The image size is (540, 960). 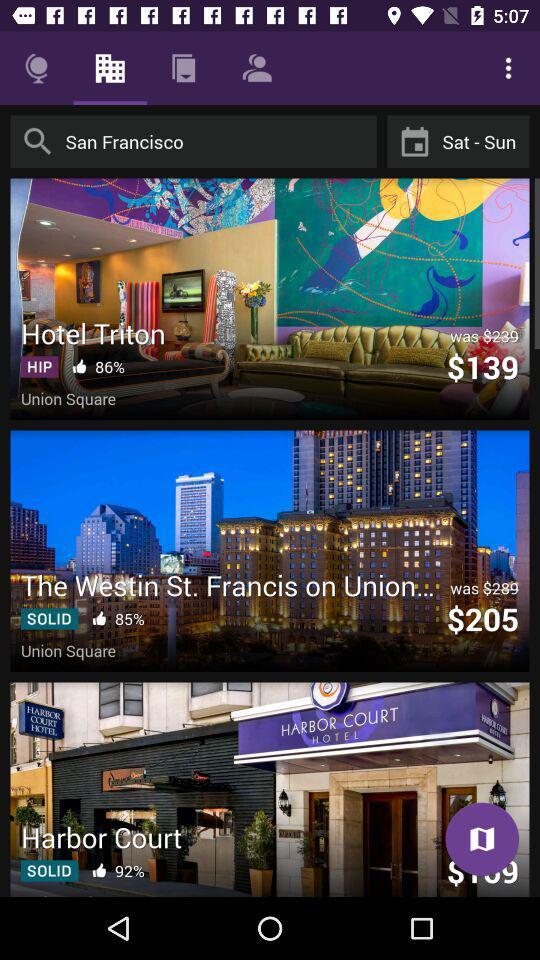 I want to click on the book icon, so click(x=481, y=839).